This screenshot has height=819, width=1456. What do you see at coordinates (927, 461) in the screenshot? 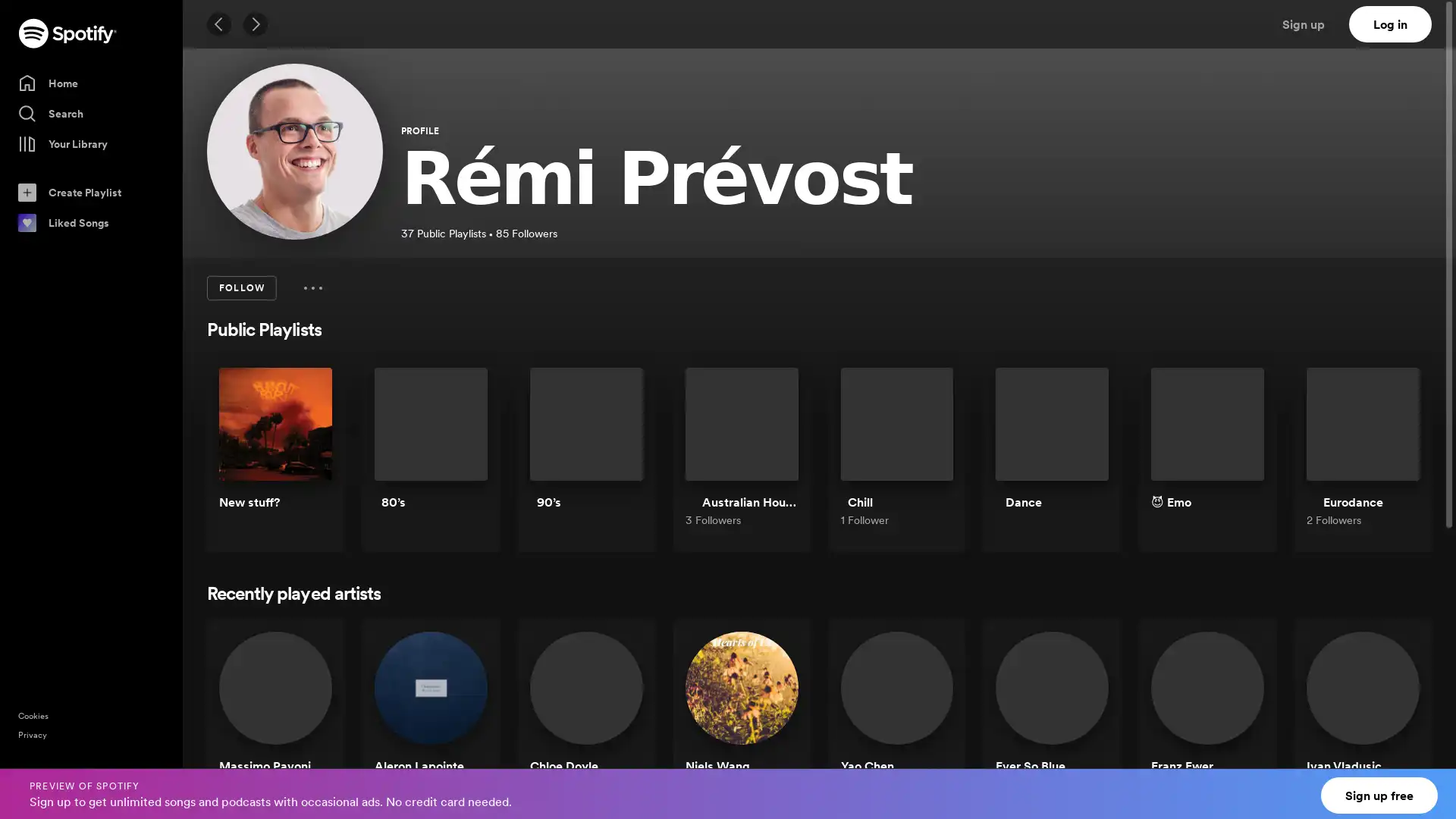
I see `Play Chill` at bounding box center [927, 461].